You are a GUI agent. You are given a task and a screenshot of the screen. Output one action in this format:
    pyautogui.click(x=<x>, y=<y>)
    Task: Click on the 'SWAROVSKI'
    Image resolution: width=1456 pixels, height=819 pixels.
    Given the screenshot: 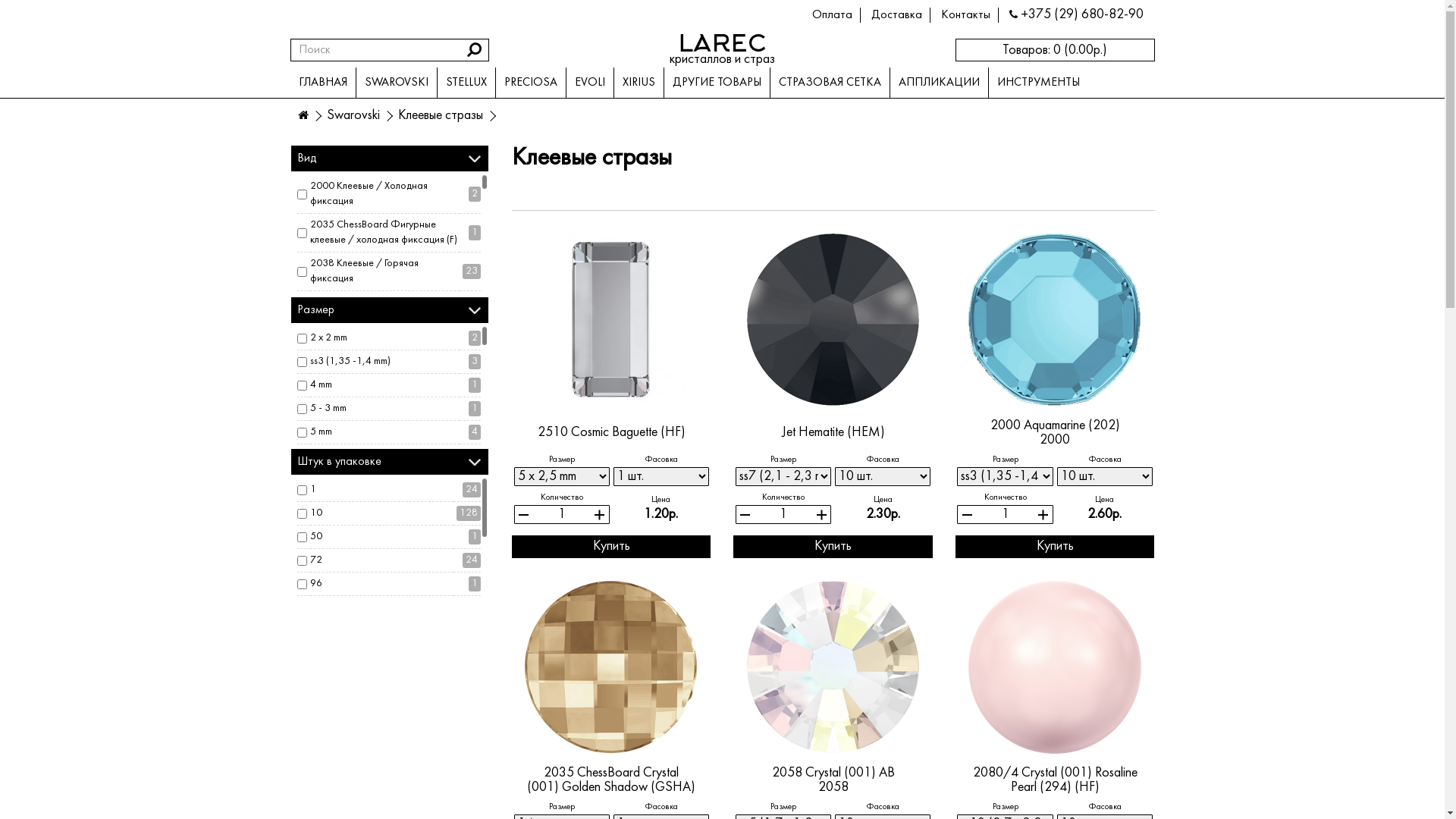 What is the action you would take?
    pyautogui.click(x=353, y=82)
    